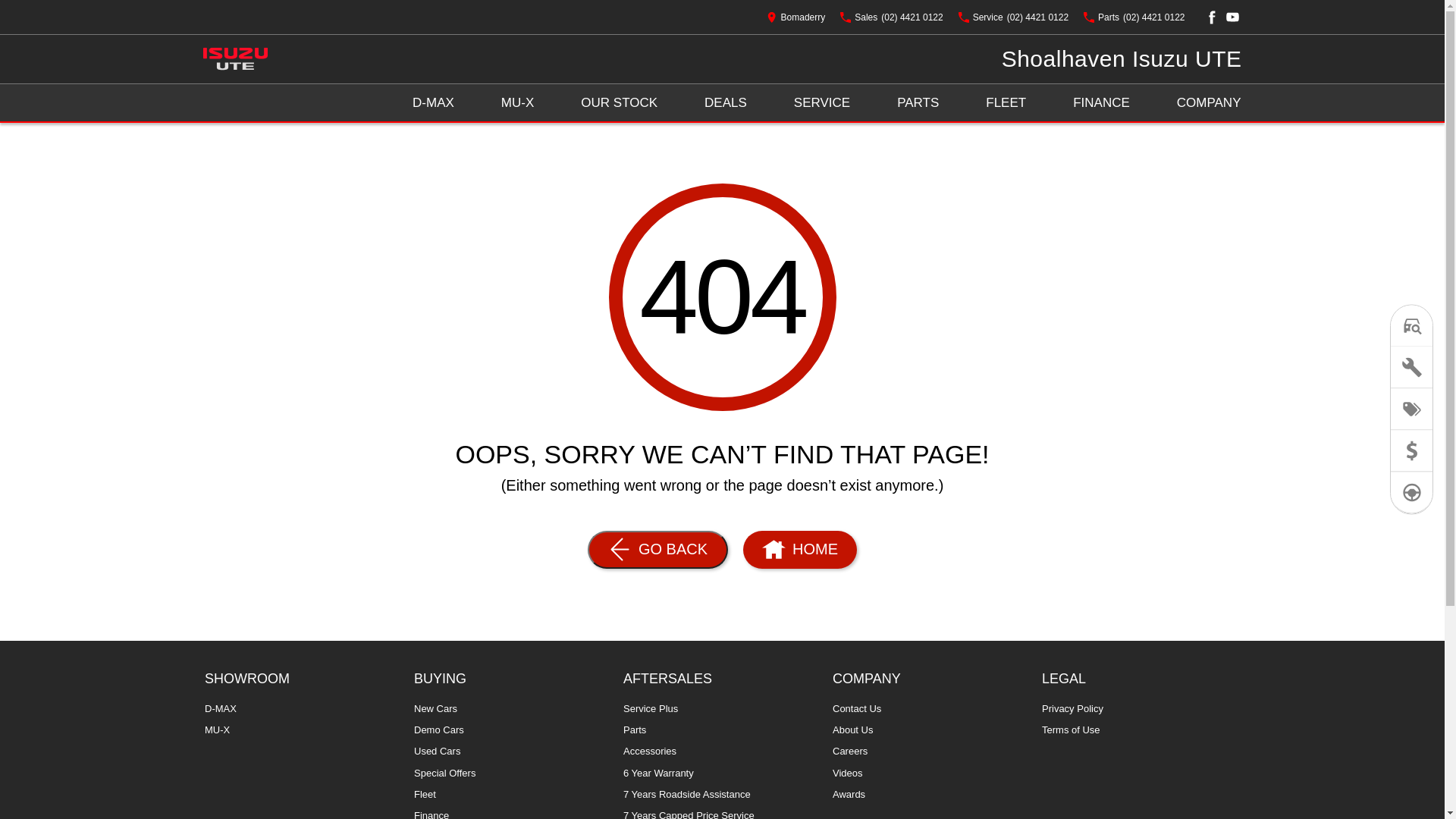  Describe the element at coordinates (724, 102) in the screenshot. I see `'DEALS'` at that location.